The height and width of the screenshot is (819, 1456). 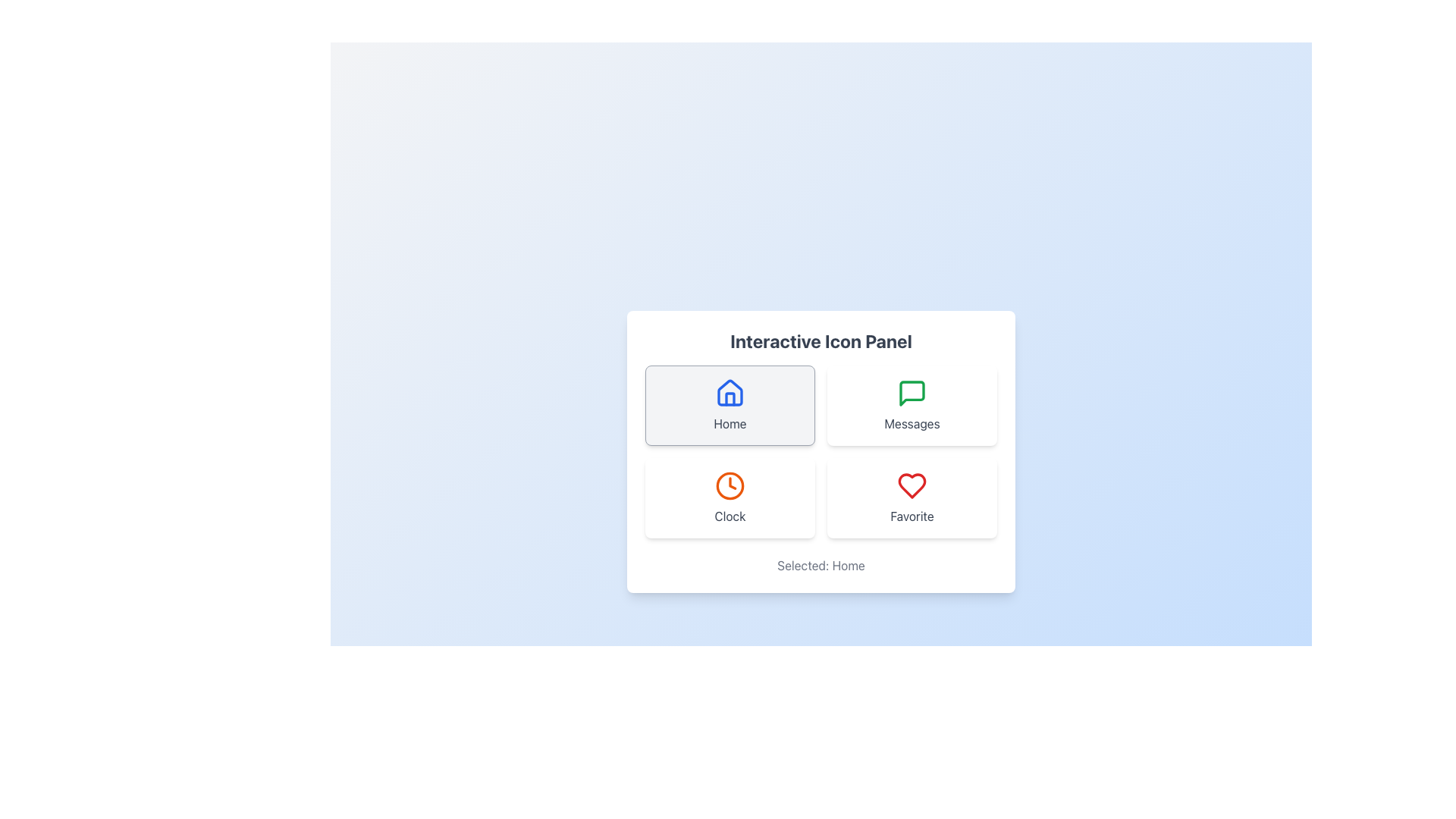 What do you see at coordinates (912, 405) in the screenshot?
I see `the navigational button located in the top-right quadrant of the grid, which serves as a communication icon` at bounding box center [912, 405].